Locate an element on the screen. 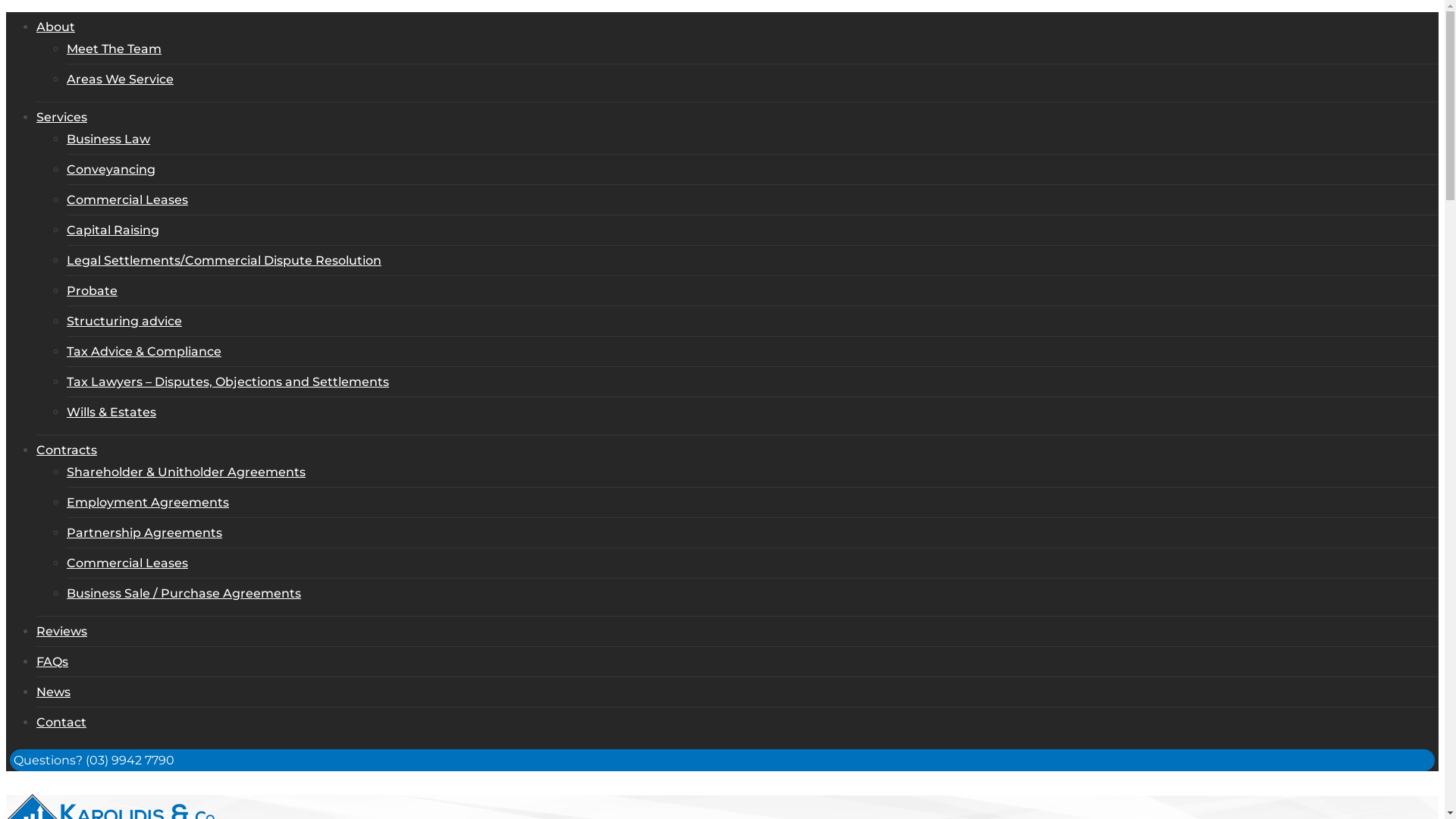 The height and width of the screenshot is (819, 1456). 'Contact' is located at coordinates (61, 721).